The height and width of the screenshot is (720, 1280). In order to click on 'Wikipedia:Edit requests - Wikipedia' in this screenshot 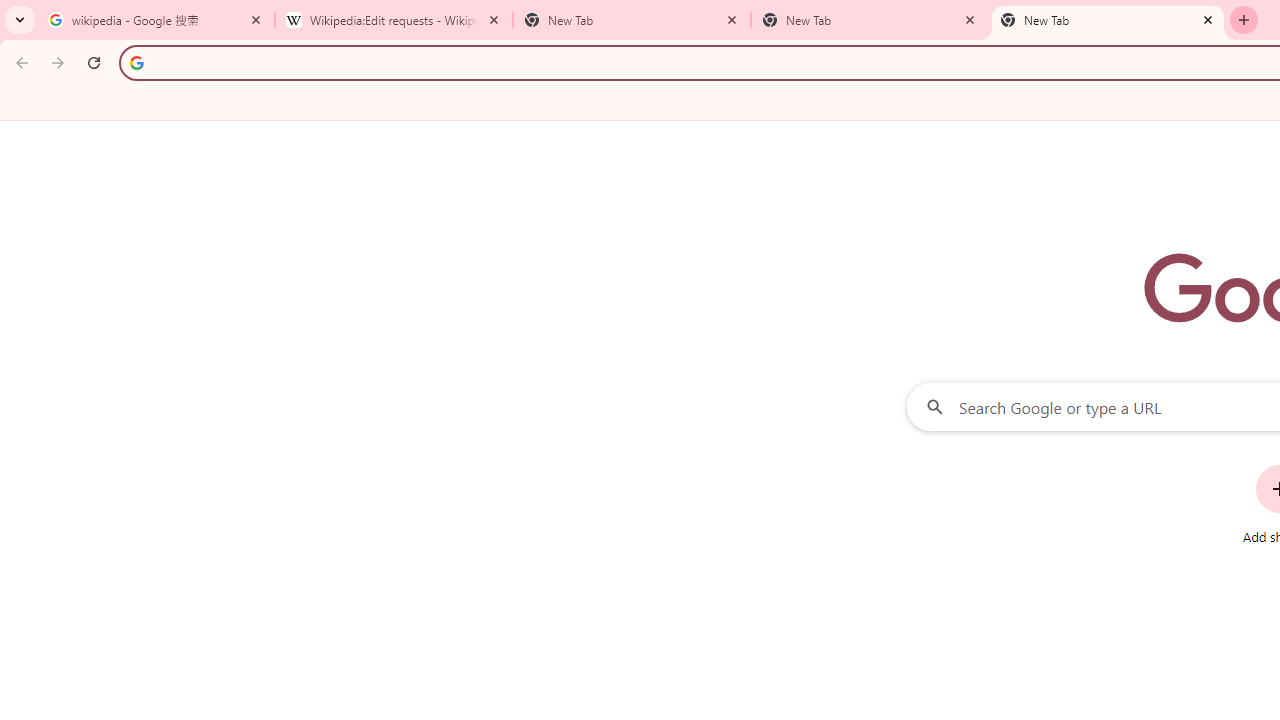, I will do `click(394, 20)`.